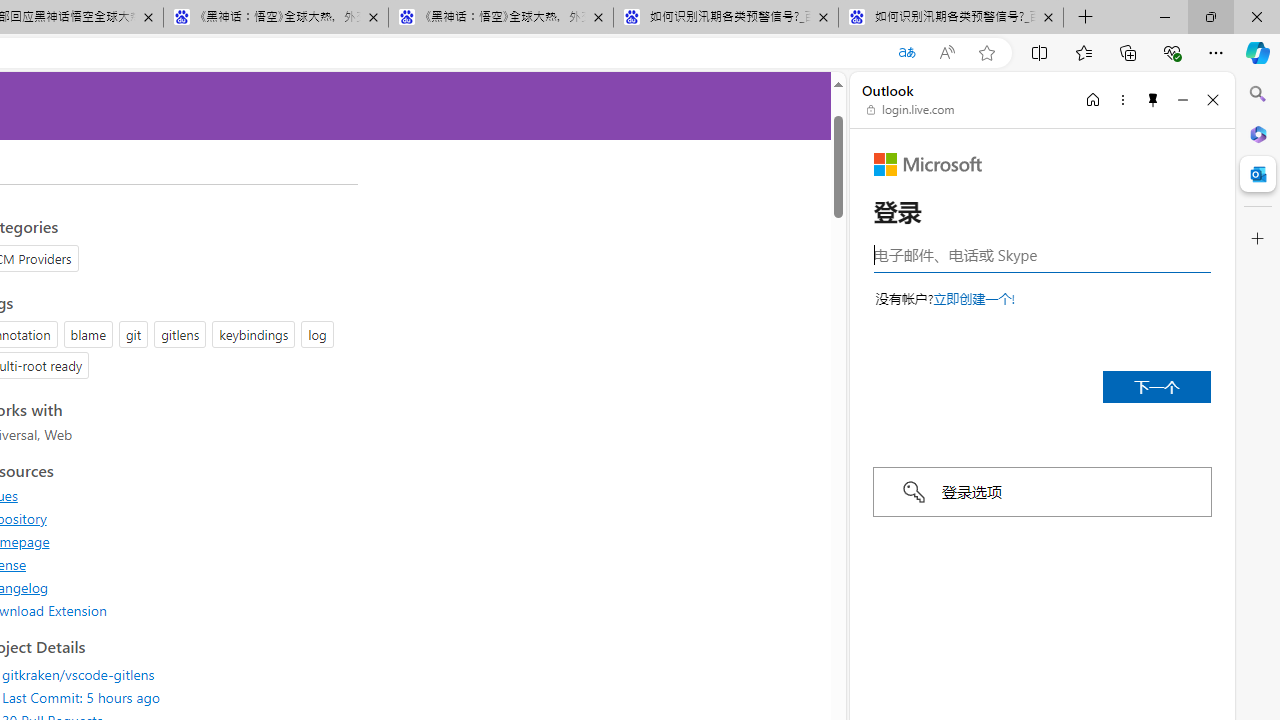  I want to click on 'Microsoft', so click(927, 163).